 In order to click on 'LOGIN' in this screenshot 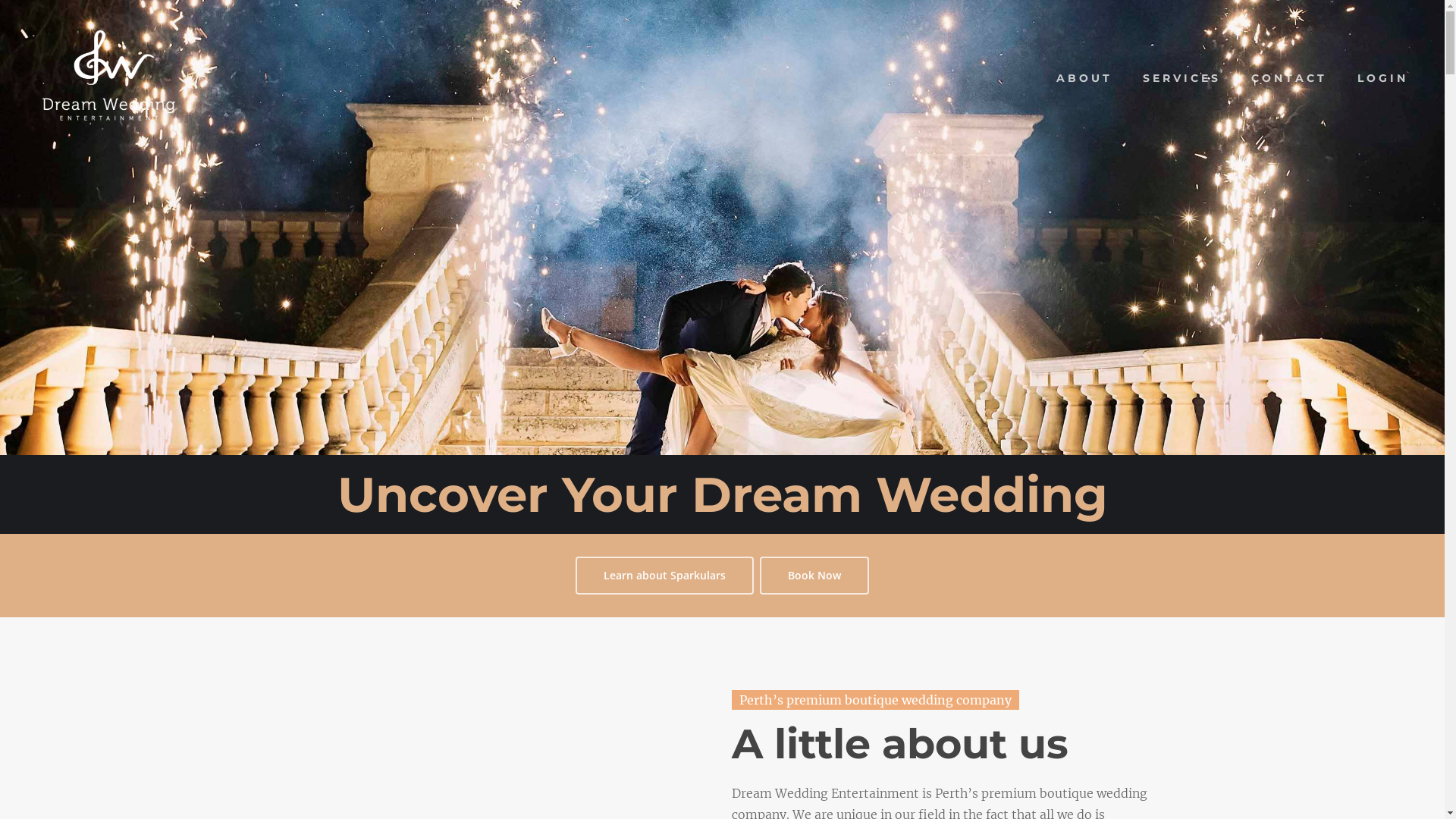, I will do `click(1382, 78)`.